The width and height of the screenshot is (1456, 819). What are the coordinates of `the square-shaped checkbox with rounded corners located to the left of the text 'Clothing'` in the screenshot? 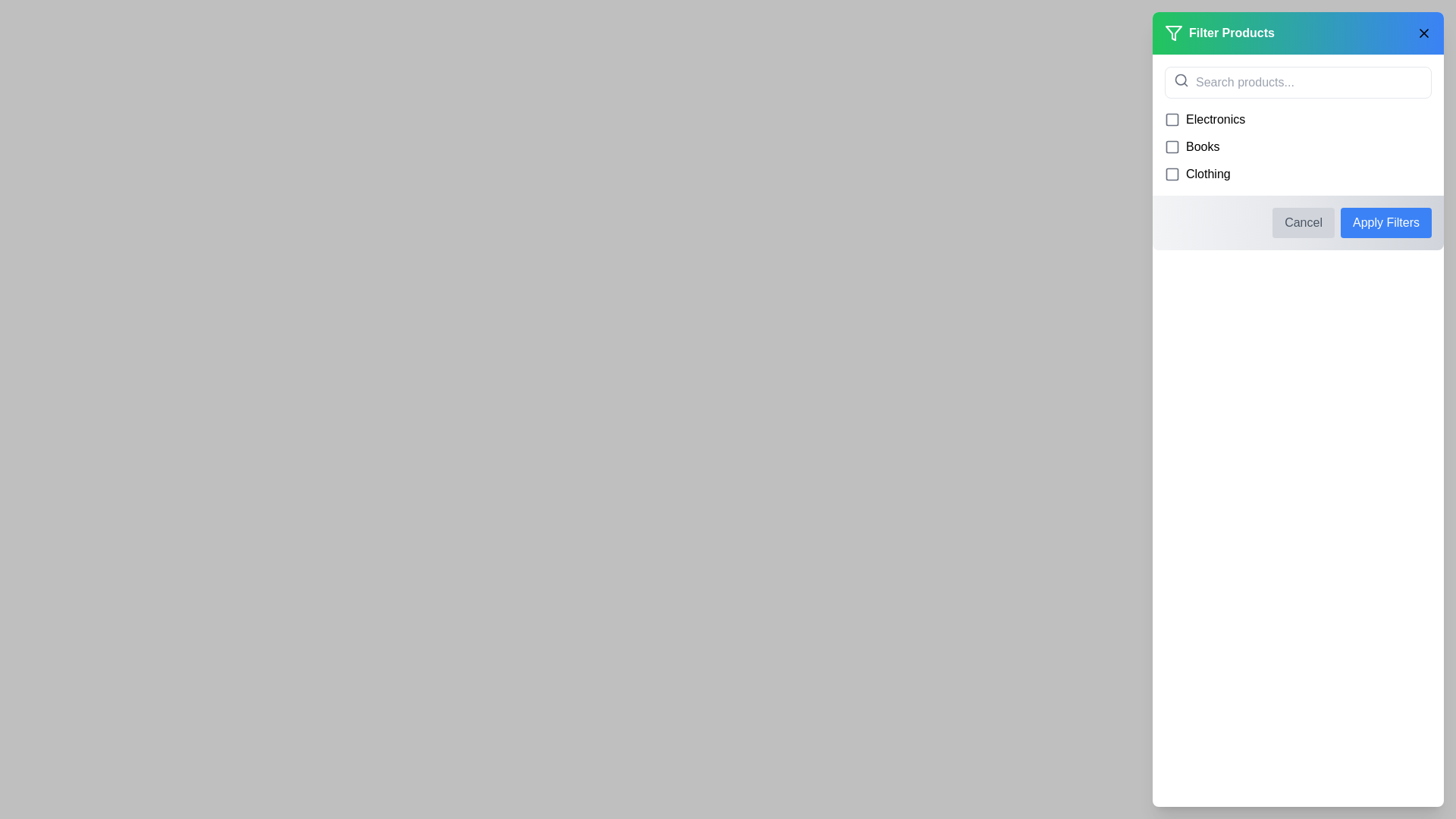 It's located at (1171, 174).